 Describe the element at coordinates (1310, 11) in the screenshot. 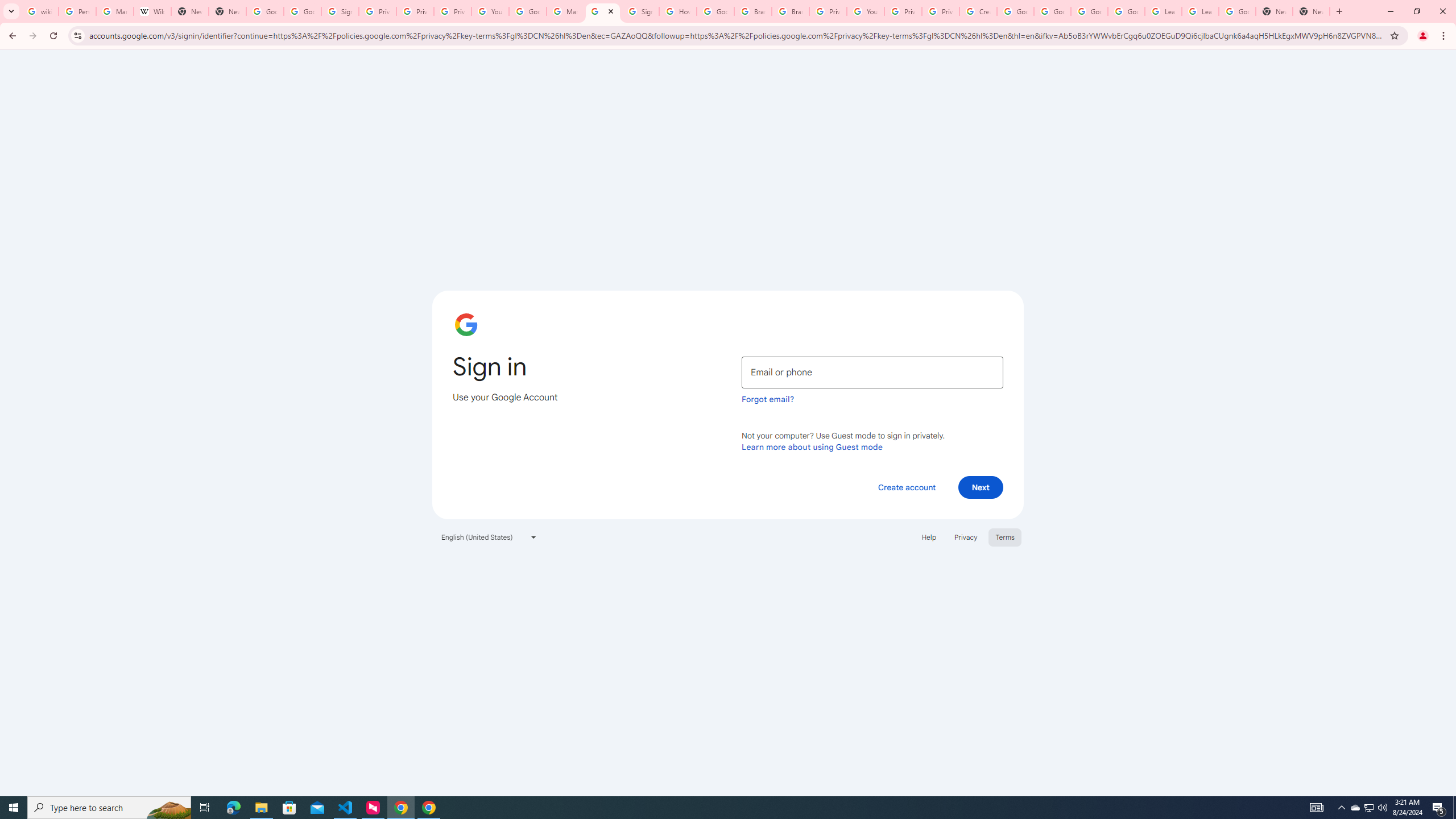

I see `'New Tab'` at that location.